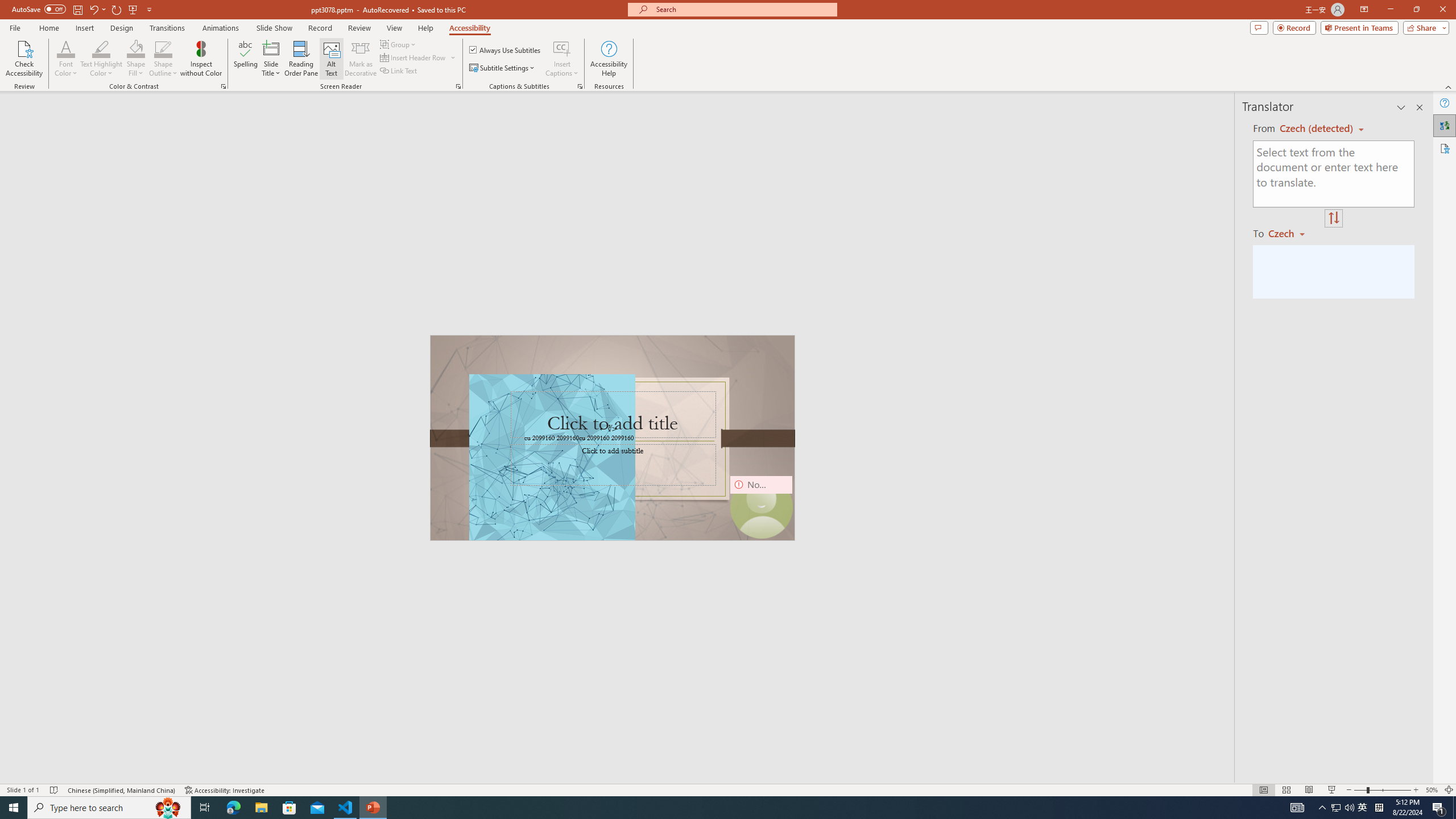  What do you see at coordinates (503, 67) in the screenshot?
I see `'Subtitle Settings'` at bounding box center [503, 67].